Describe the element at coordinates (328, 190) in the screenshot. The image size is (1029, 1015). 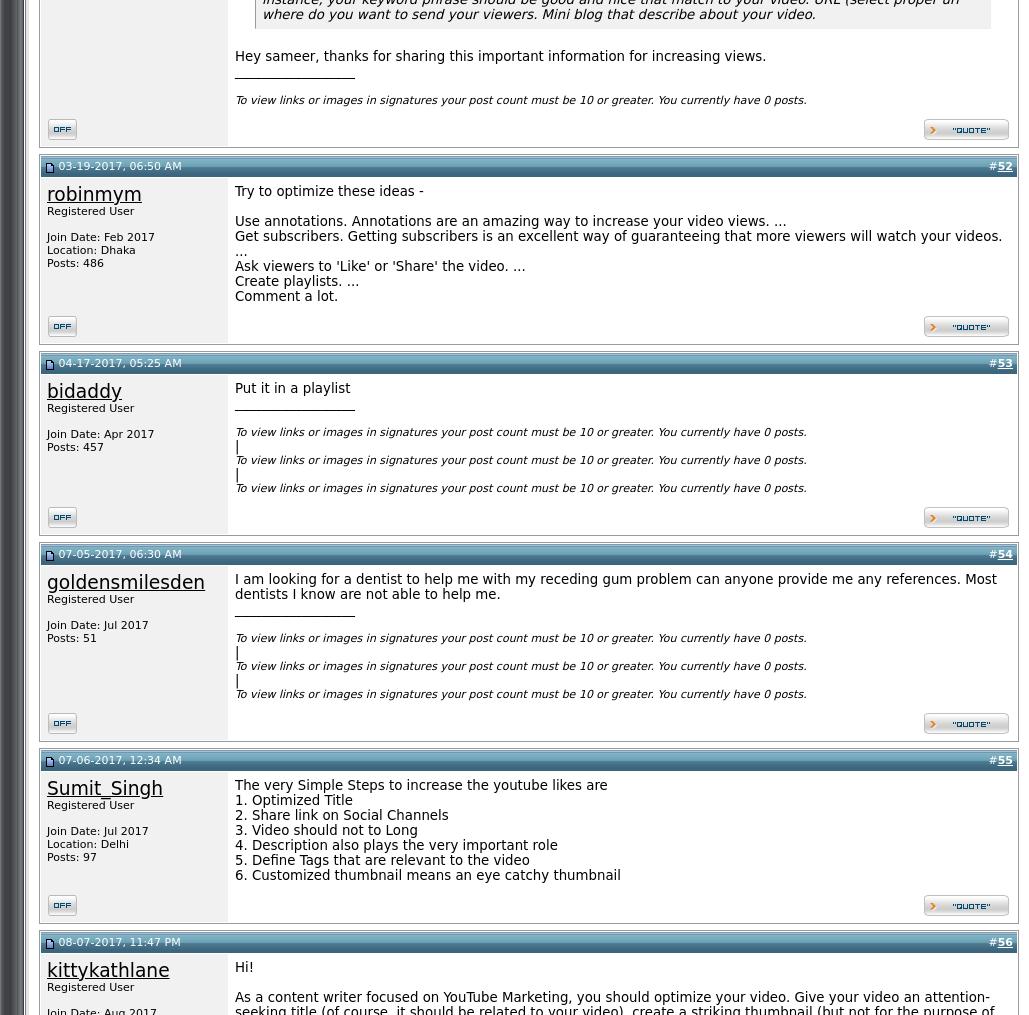
I see `'Try to optimize these ideas -'` at that location.